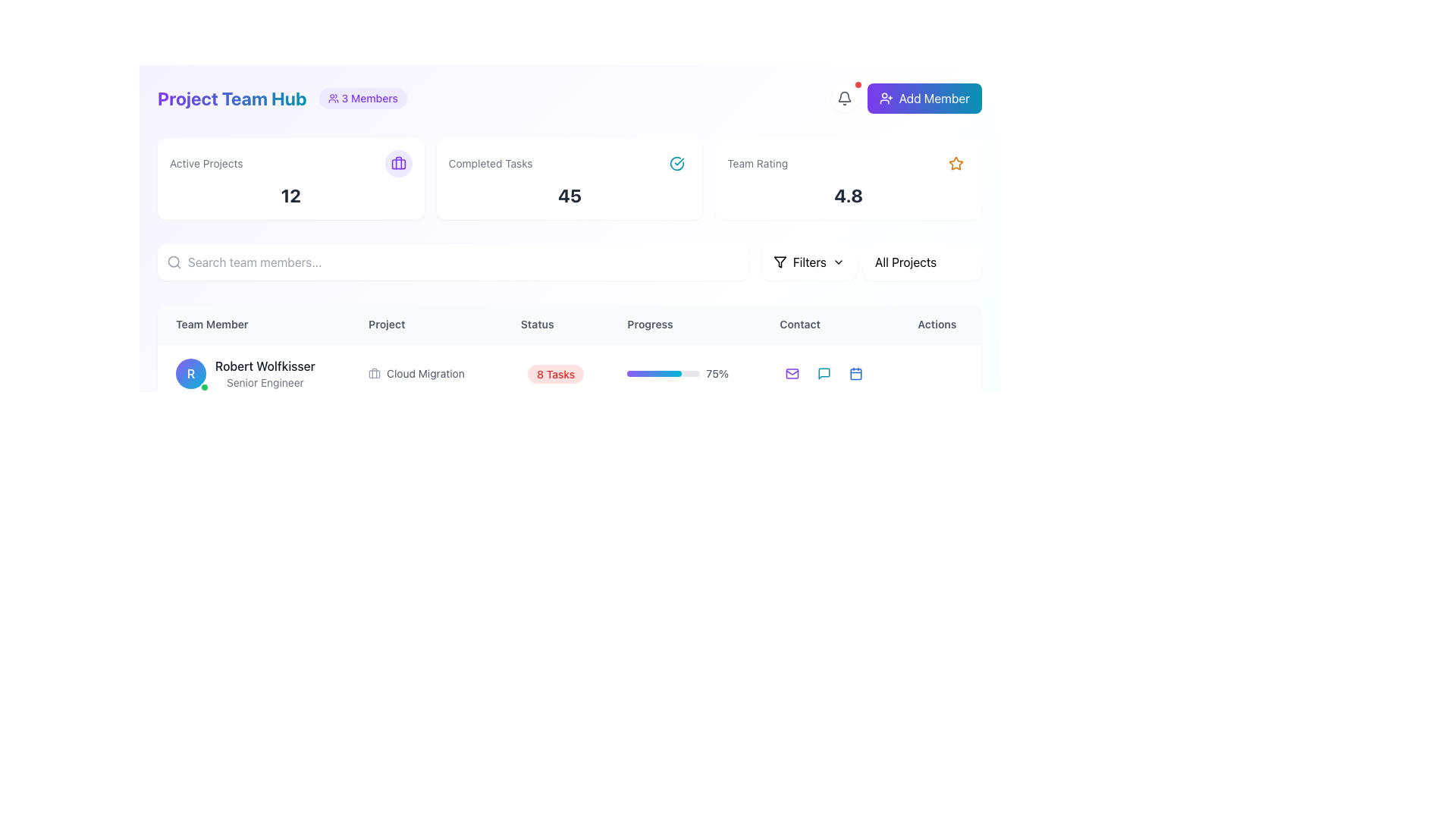 The image size is (1456, 819). I want to click on the progress visually by interacting with the progress bar representing the completion status of a task, which is located in the 'Progress' column of the data table, so click(684, 488).